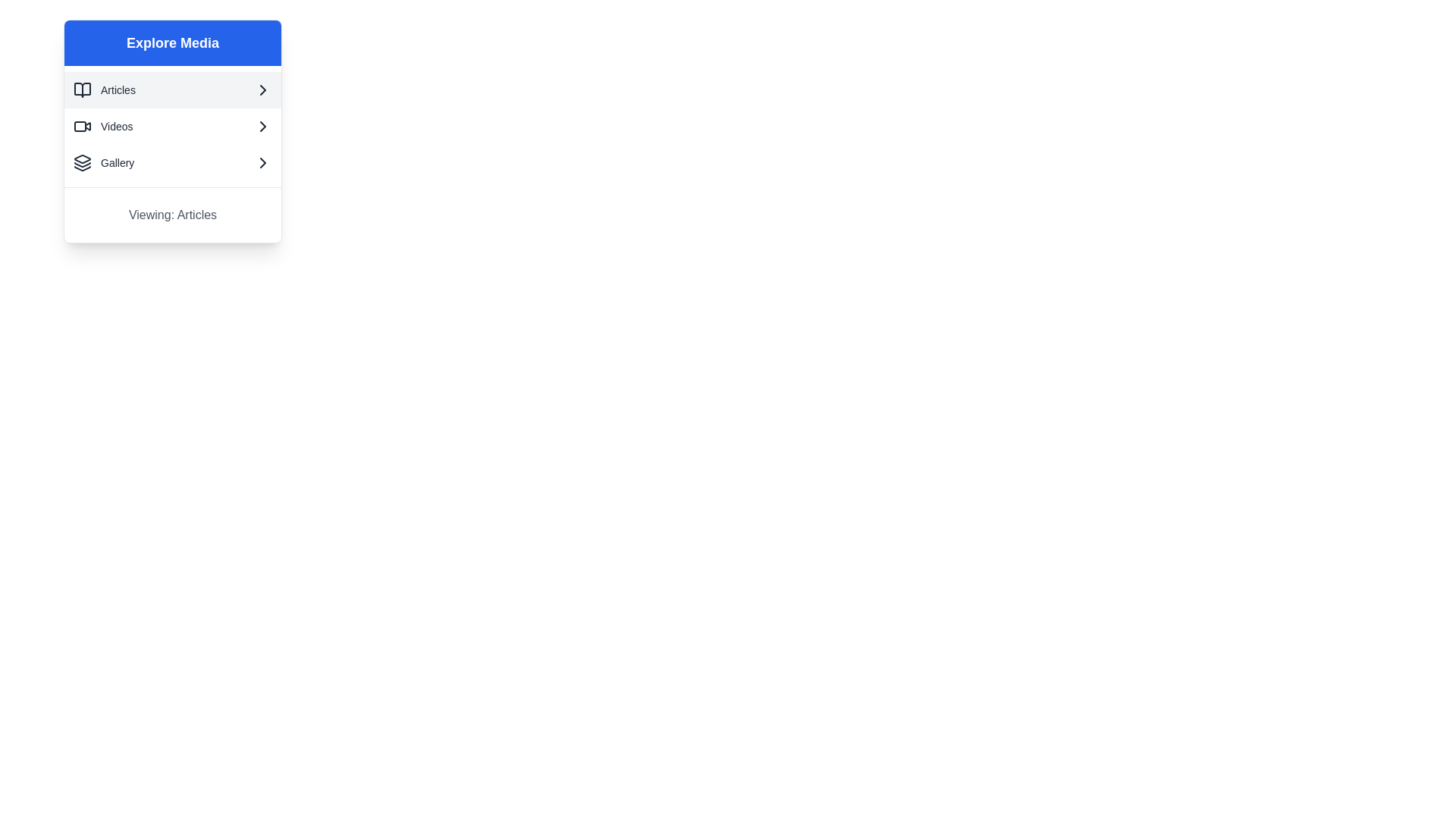  I want to click on the 'Videos' button, which is the second item in the 'Explore Media' list, so click(172, 125).